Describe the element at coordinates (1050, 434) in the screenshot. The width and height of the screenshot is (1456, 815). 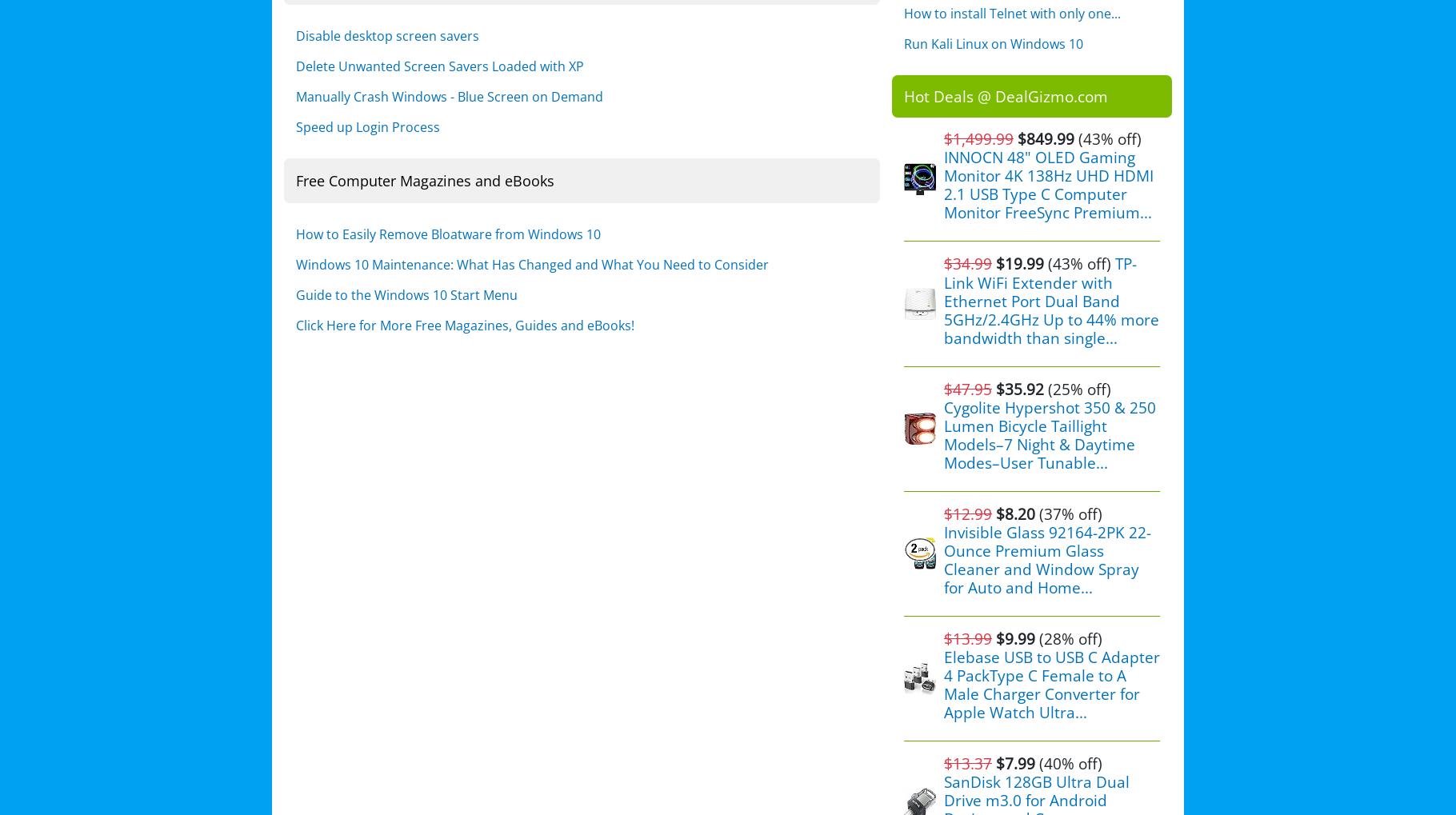
I see `'Cygolite Hypershot 350 & 250 Lumen Bicycle Taillight Models–7 Night & Daytime Modes–User Tunable...'` at that location.